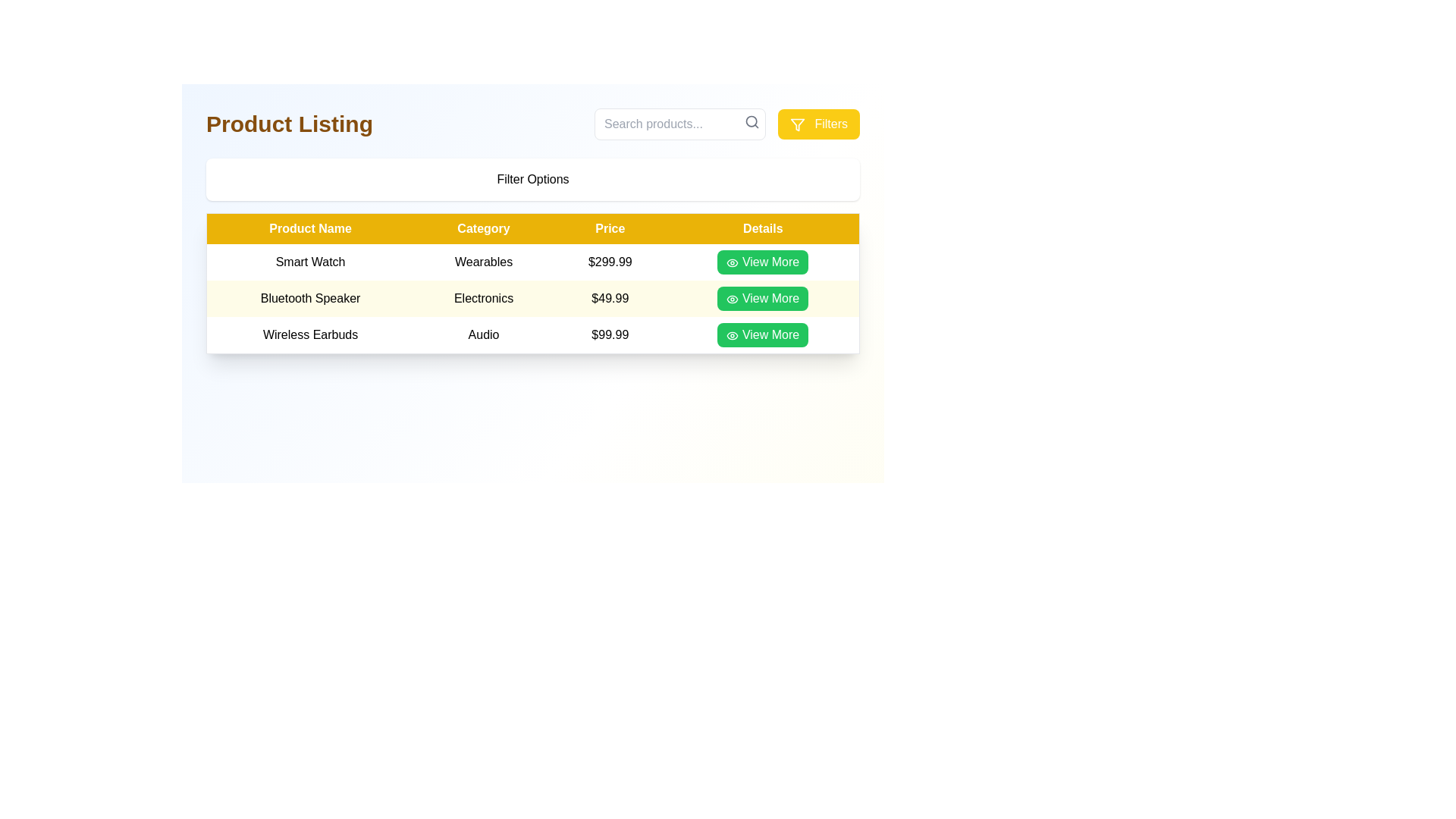  What do you see at coordinates (610, 262) in the screenshot?
I see `the non-interactive price text element located in the third column under the 'Price' header, aligned with 'Smart Watch' and 'Wearables', positioned between the 'Wearables' category text and the 'View More' button in the first row` at bounding box center [610, 262].